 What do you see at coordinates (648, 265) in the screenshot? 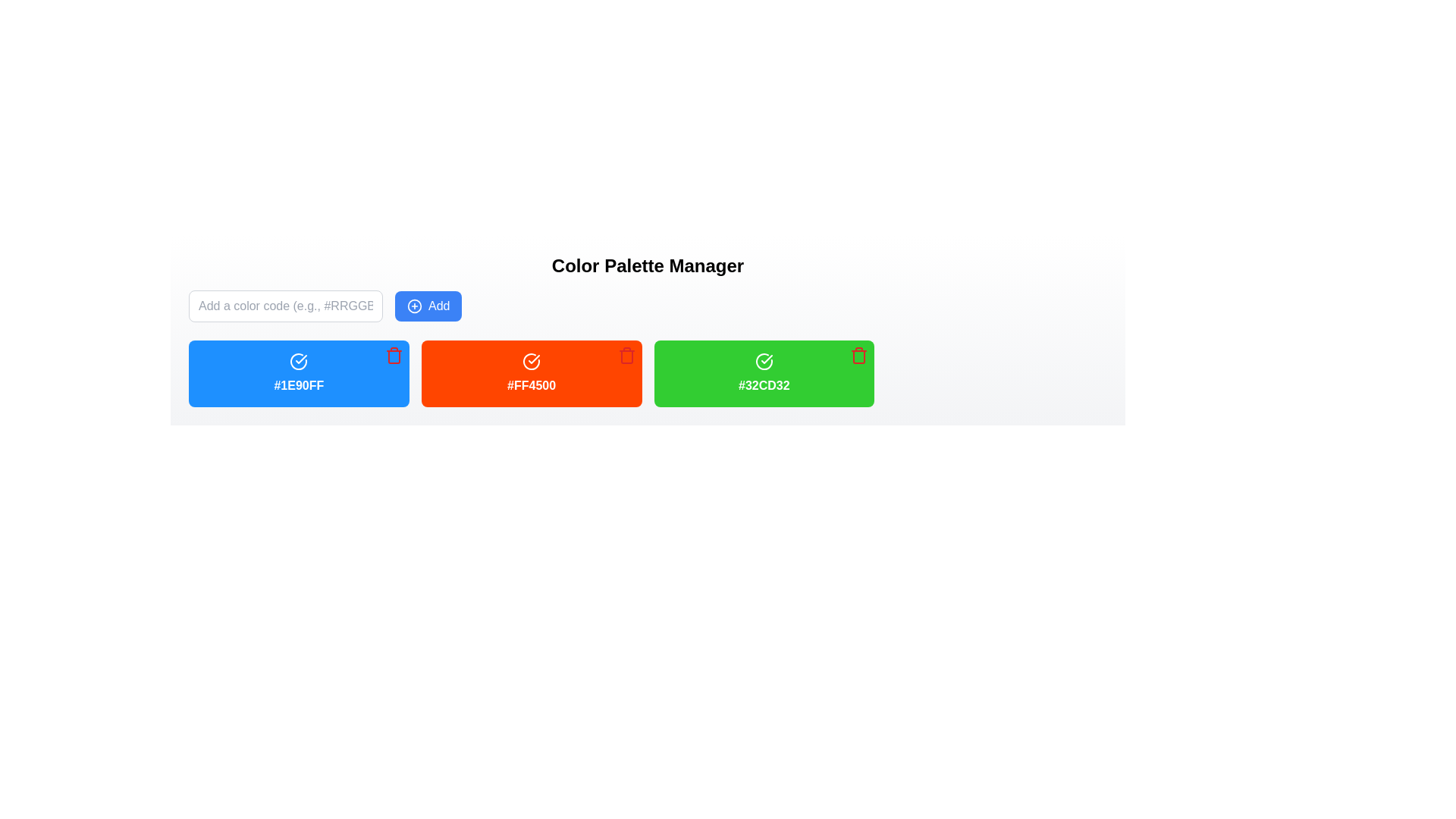
I see `bold text displayed as 'Color Palette Manager', which is prominently positioned at the top of the UI section for managing color palettes` at bounding box center [648, 265].